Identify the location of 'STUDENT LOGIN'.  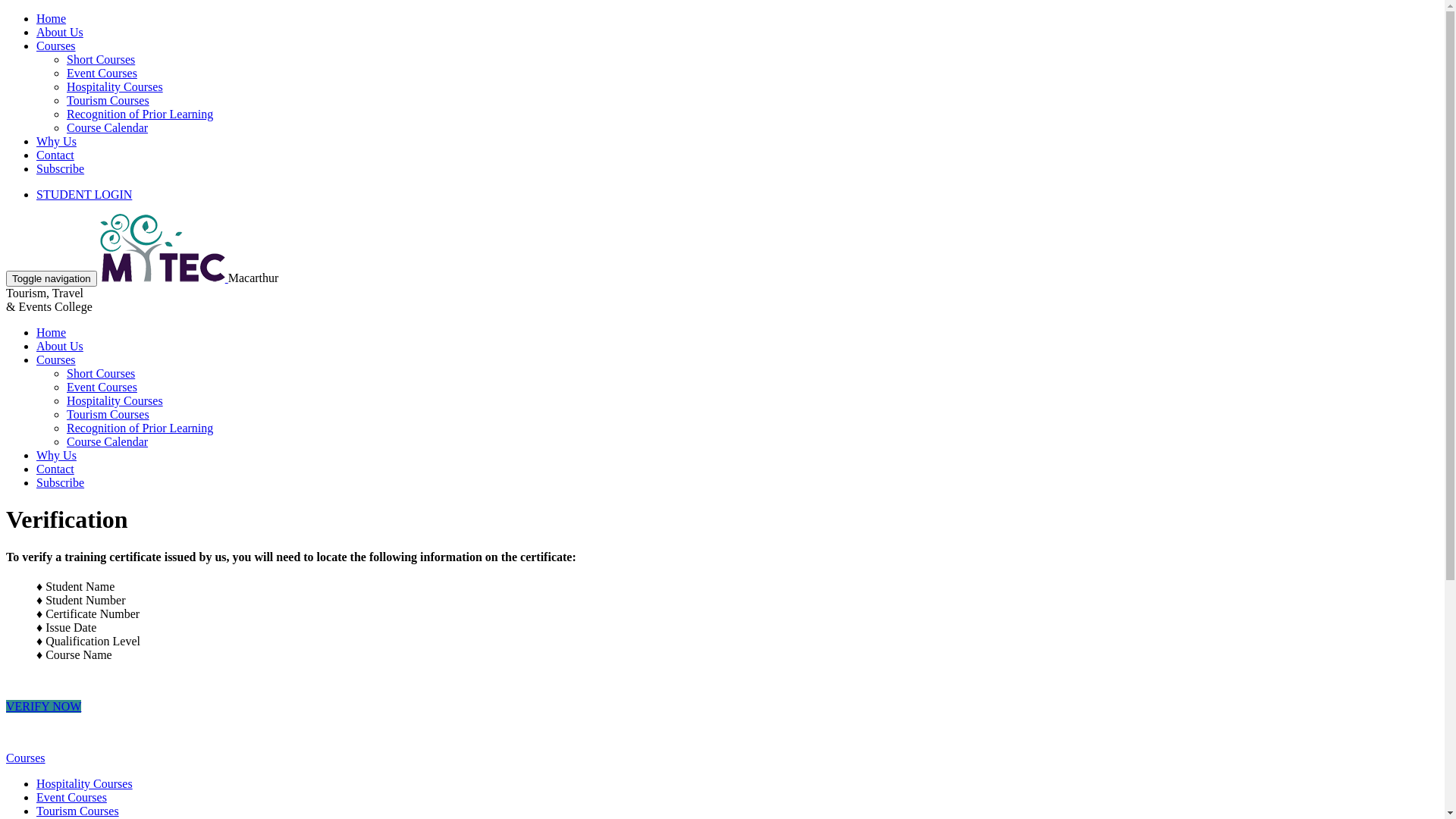
(83, 193).